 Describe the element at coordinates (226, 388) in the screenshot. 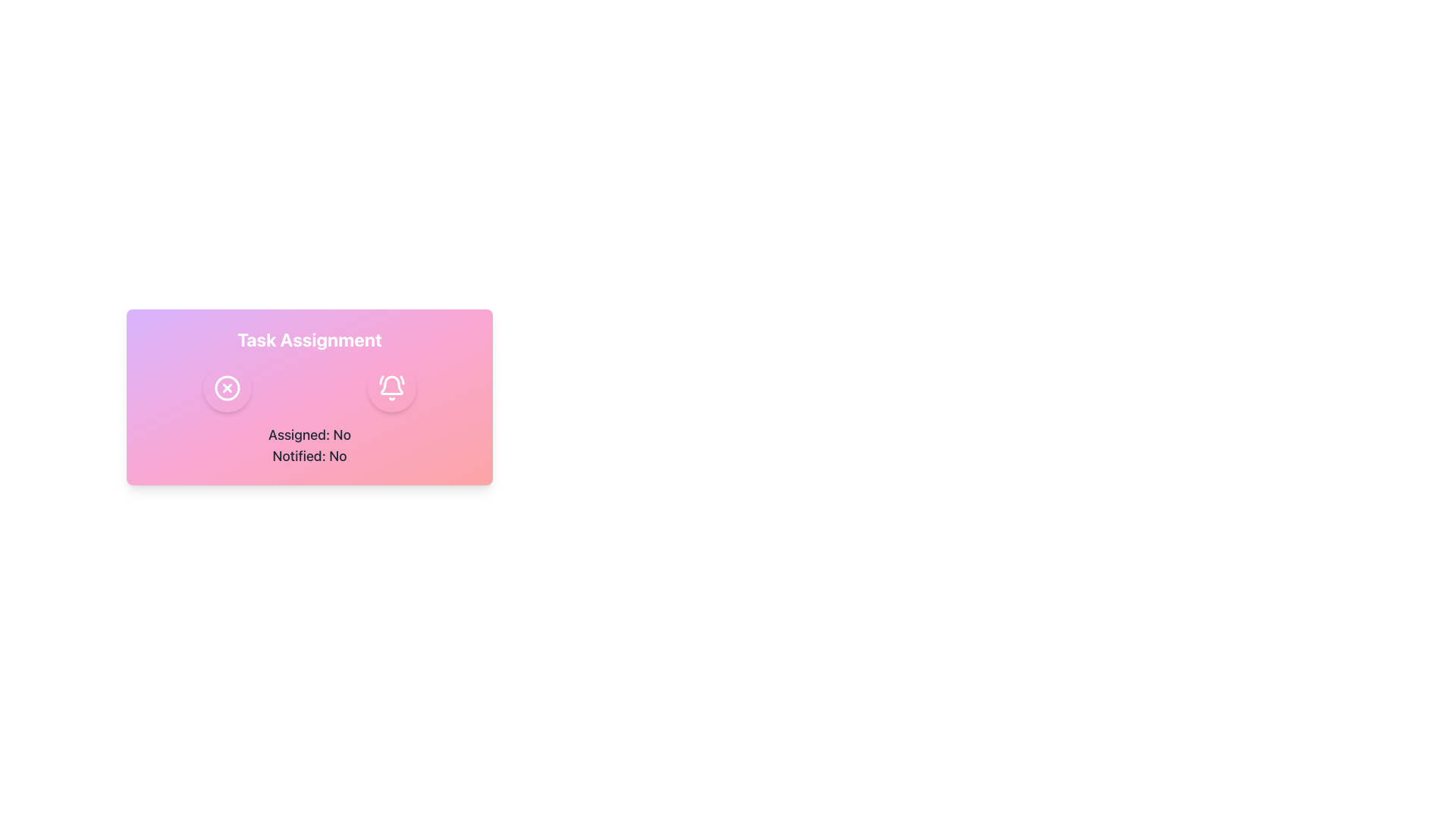

I see `the circular button with a gray background that contains a white 'X' icon, located beneath the text 'Task Assignment' and above the labels 'Assigned: No' and 'Notified: No'` at that location.